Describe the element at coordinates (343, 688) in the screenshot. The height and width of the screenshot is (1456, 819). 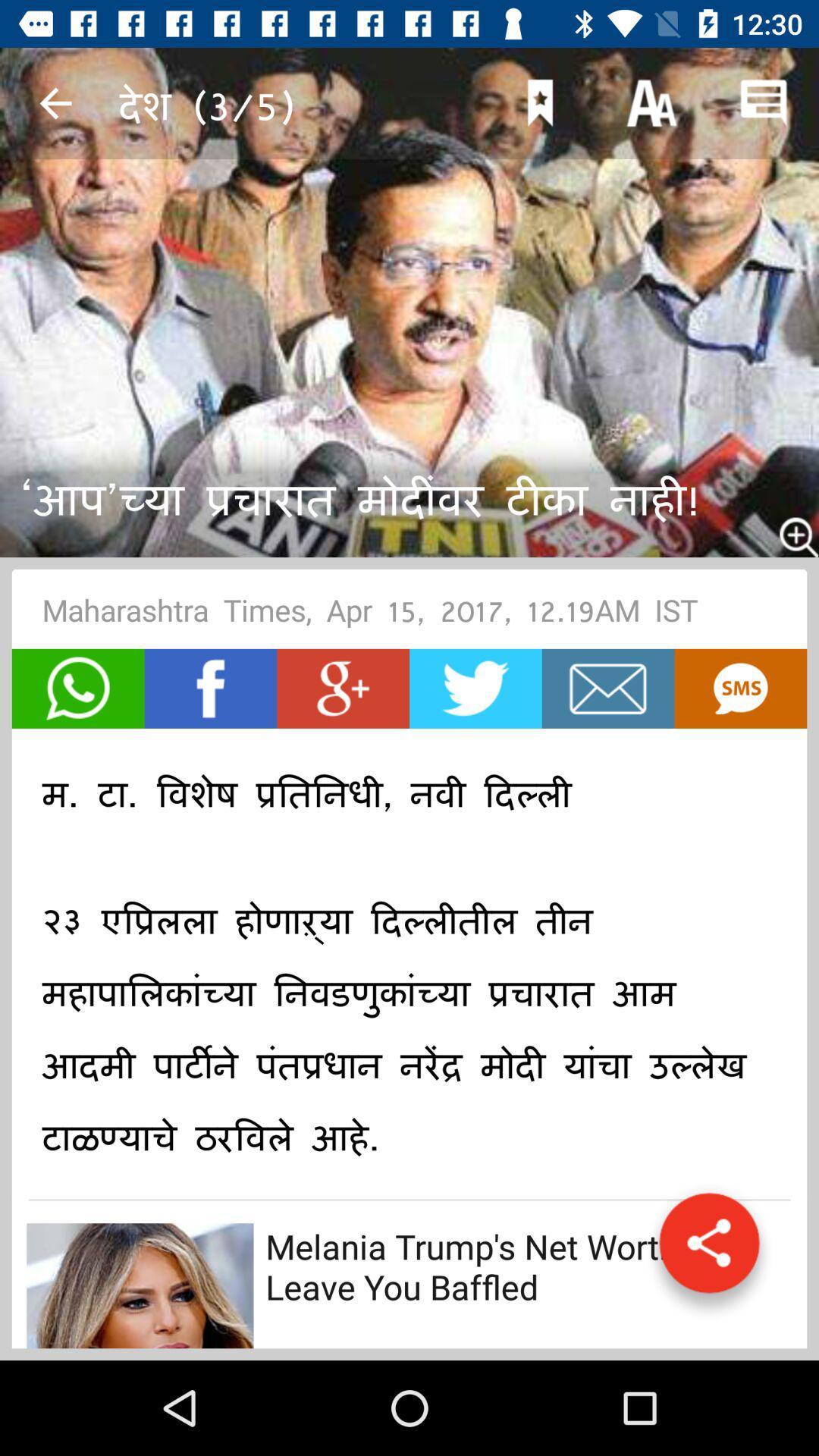
I see `share on google+` at that location.